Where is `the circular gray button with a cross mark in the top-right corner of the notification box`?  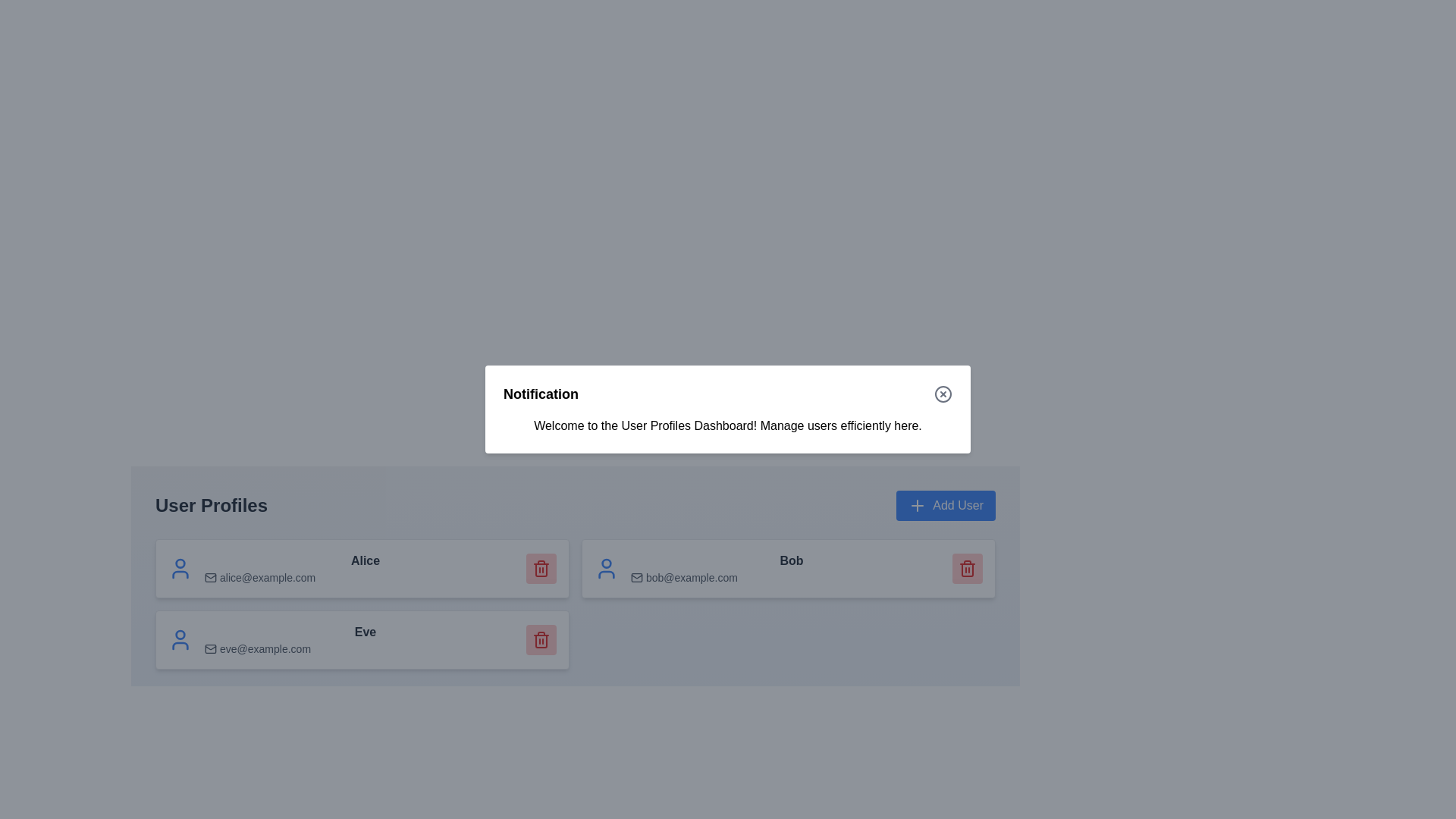
the circular gray button with a cross mark in the top-right corner of the notification box is located at coordinates (942, 394).